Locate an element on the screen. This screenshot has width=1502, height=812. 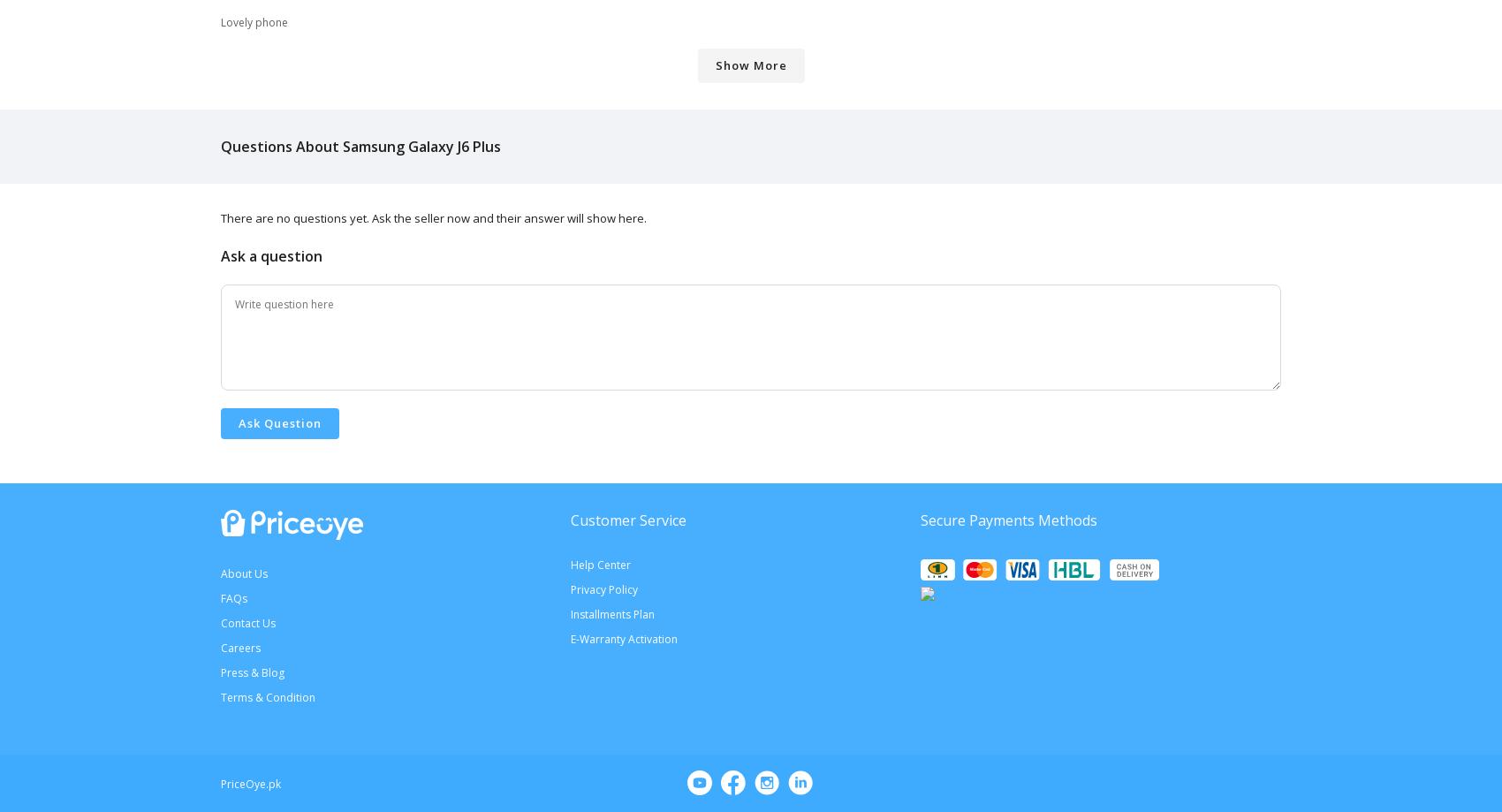
'About Us' is located at coordinates (244, 572).